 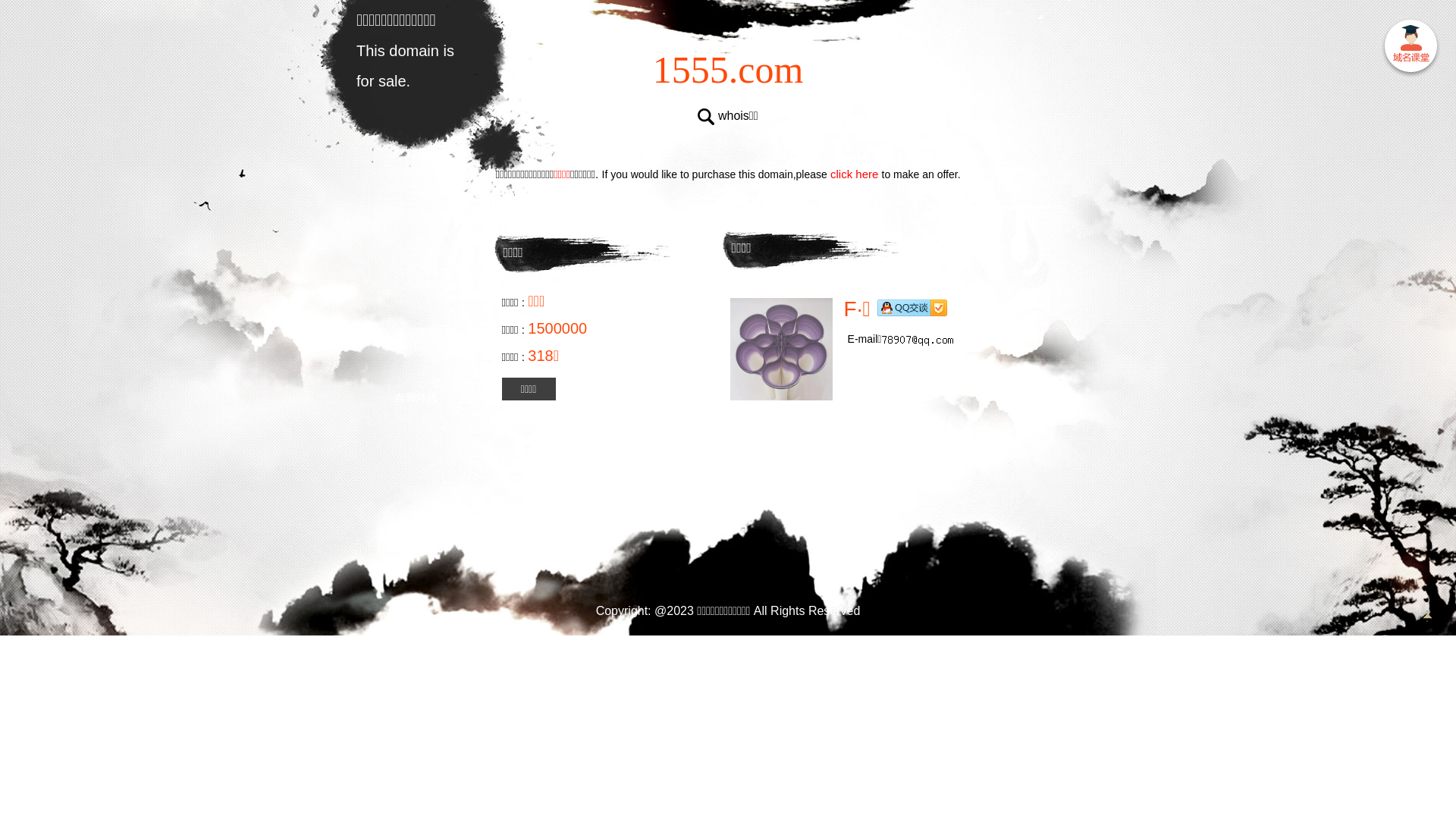 I want to click on 'click here', so click(x=826, y=173).